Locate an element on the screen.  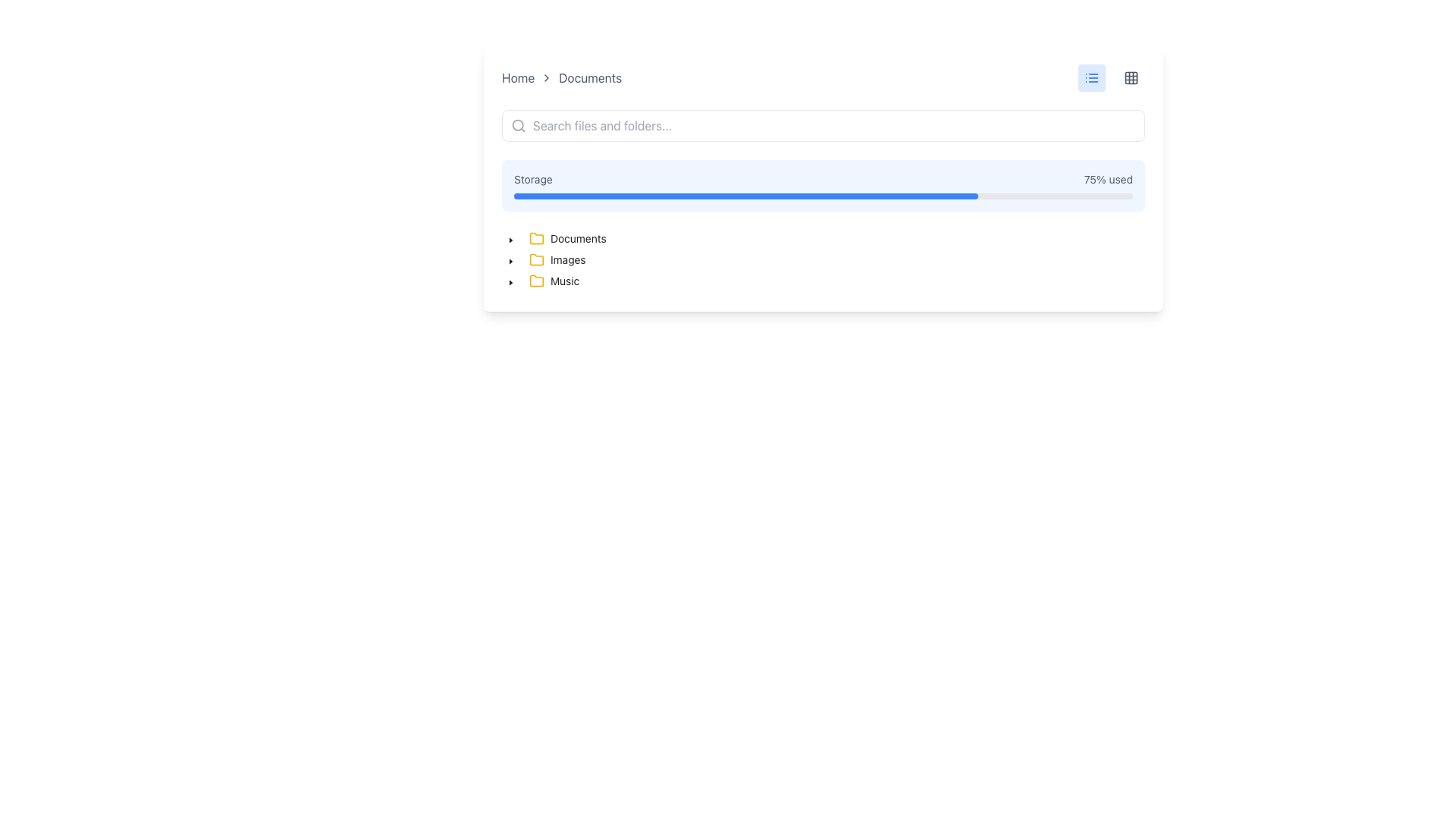
on the 3x3 grid icon button located in the top-right corner of the interface, which features a grid symbol made up of nine squares is located at coordinates (1131, 78).